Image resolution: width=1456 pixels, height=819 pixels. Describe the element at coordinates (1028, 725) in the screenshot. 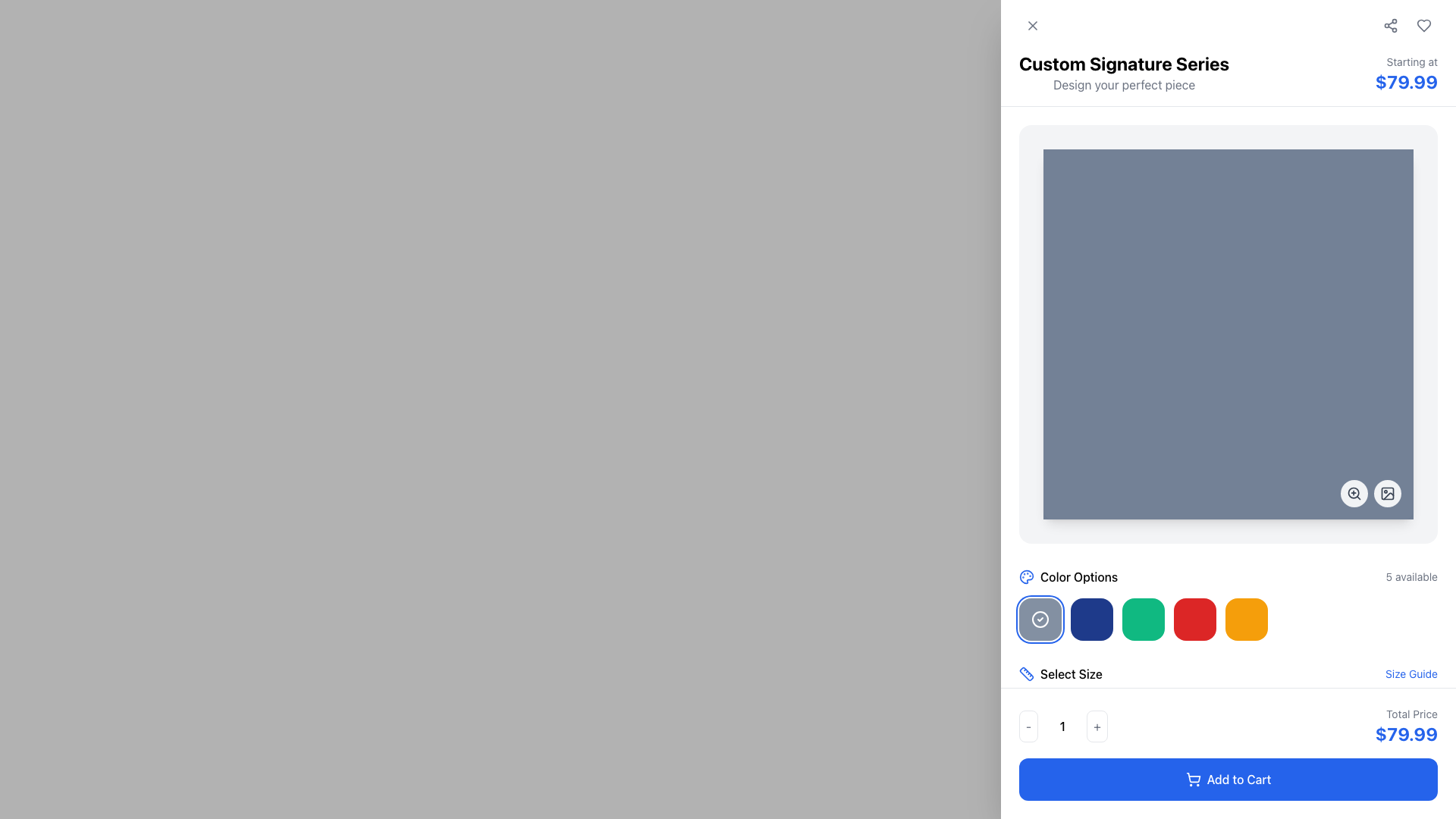

I see `the decrement button located at the bottom-right corner of the interface, underneath the 'Select Size' label` at that location.